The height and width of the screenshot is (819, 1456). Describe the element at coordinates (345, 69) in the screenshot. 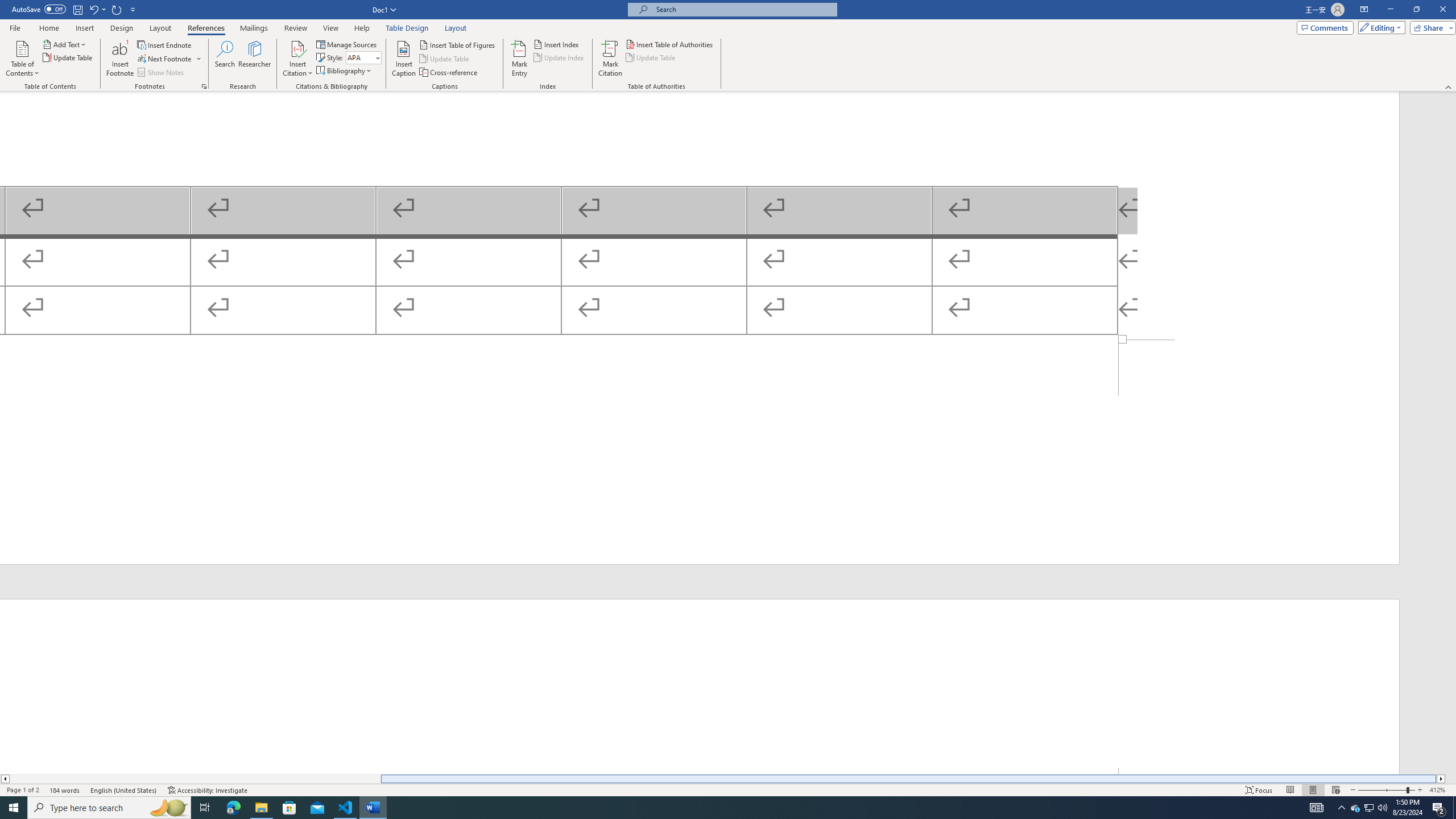

I see `'Bibliography'` at that location.